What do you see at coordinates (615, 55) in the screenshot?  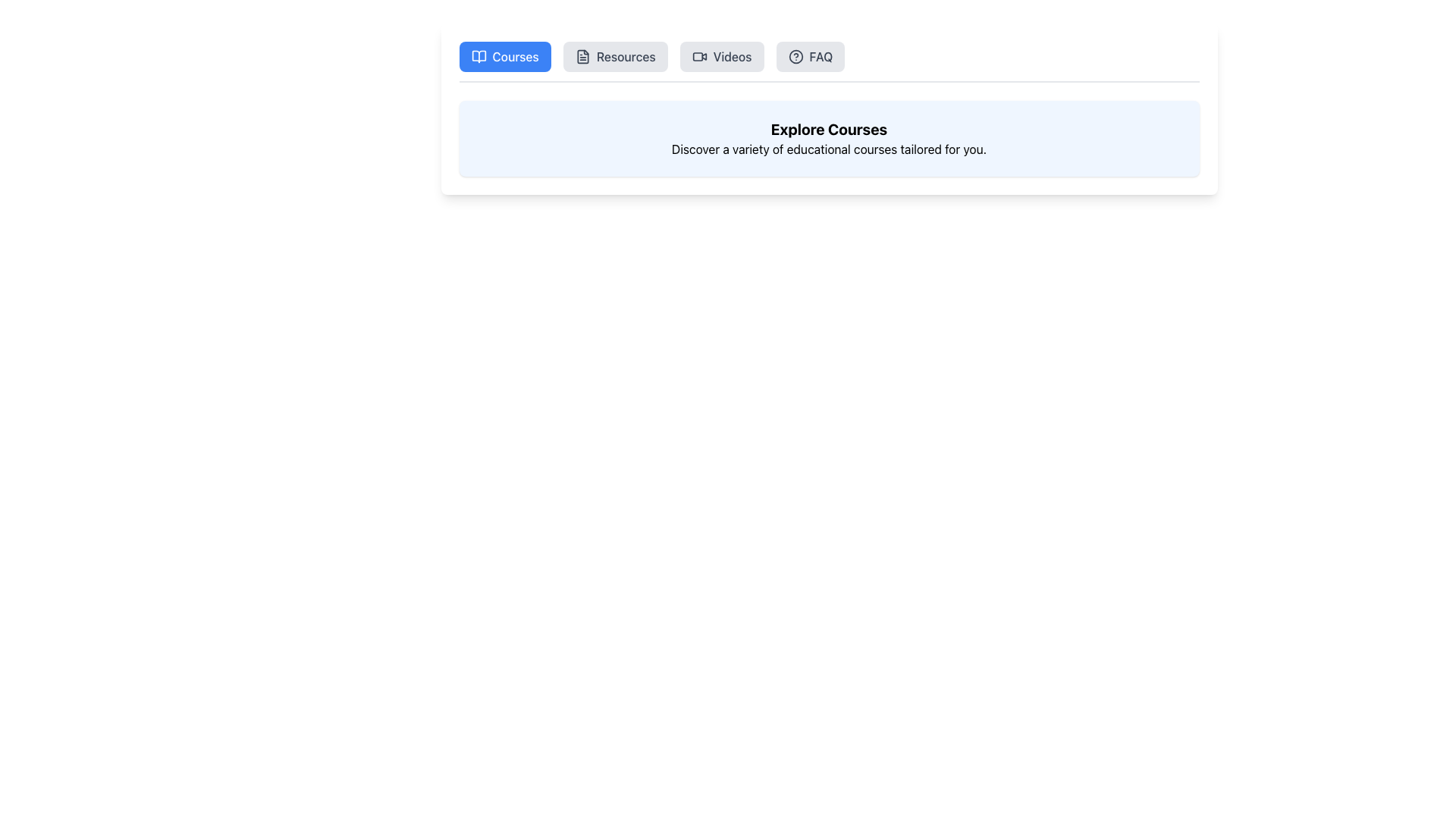 I see `the 'Resources' button, which is the second button in the navigation bar, to trigger a style change` at bounding box center [615, 55].